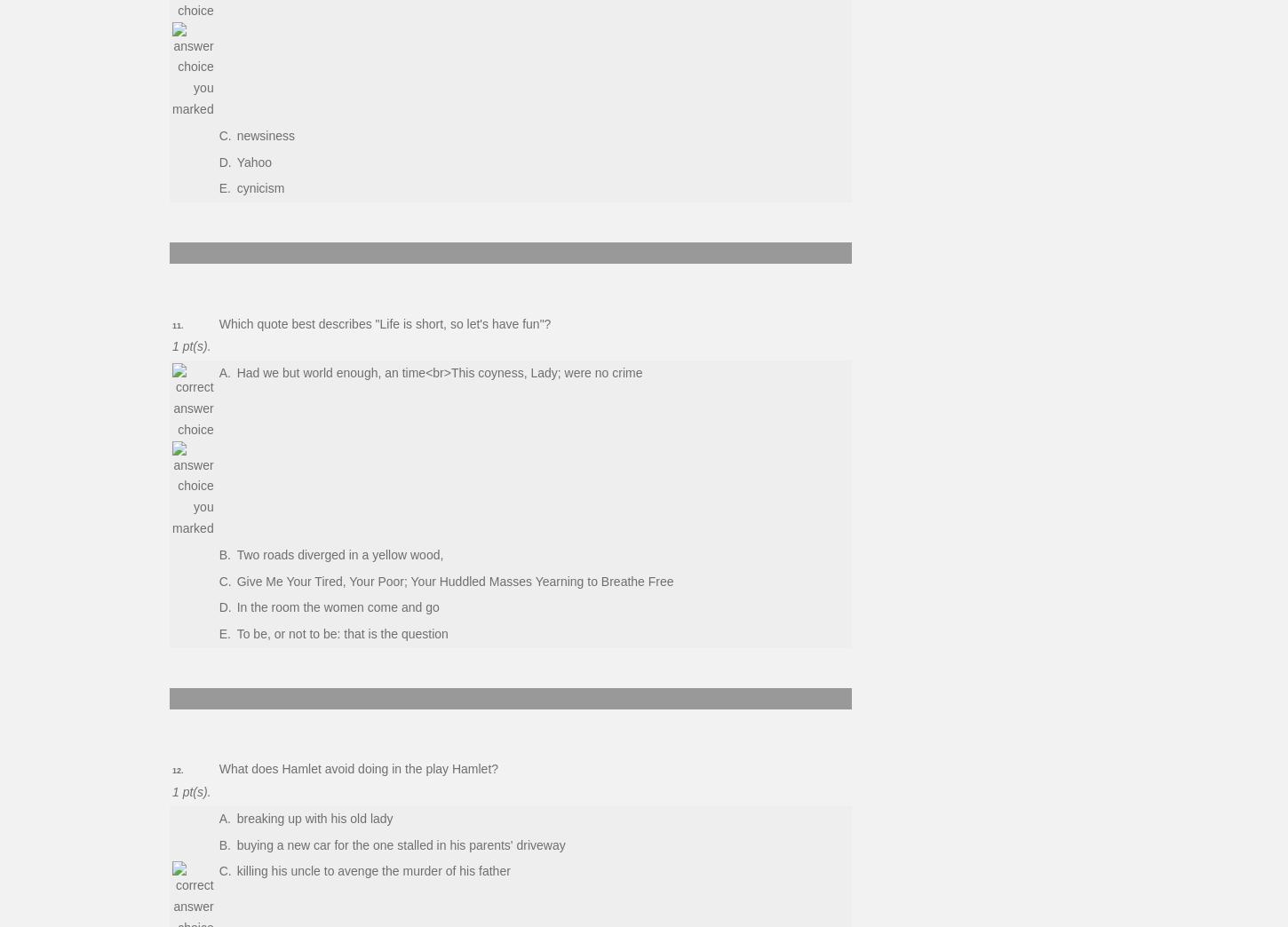 This screenshot has width=1288, height=927. Describe the element at coordinates (260, 188) in the screenshot. I see `'cynicism'` at that location.